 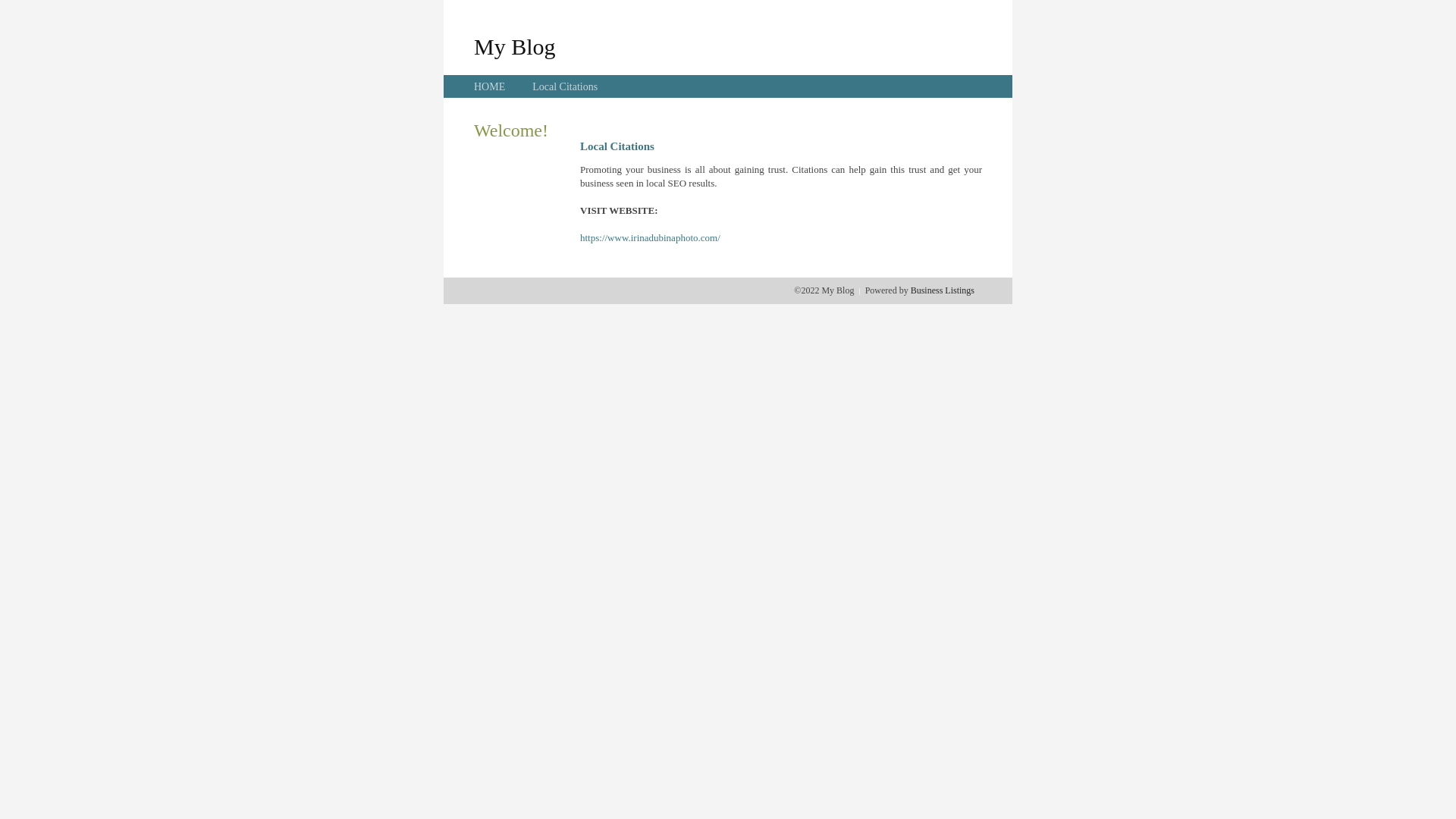 What do you see at coordinates (489, 86) in the screenshot?
I see `'HOME'` at bounding box center [489, 86].